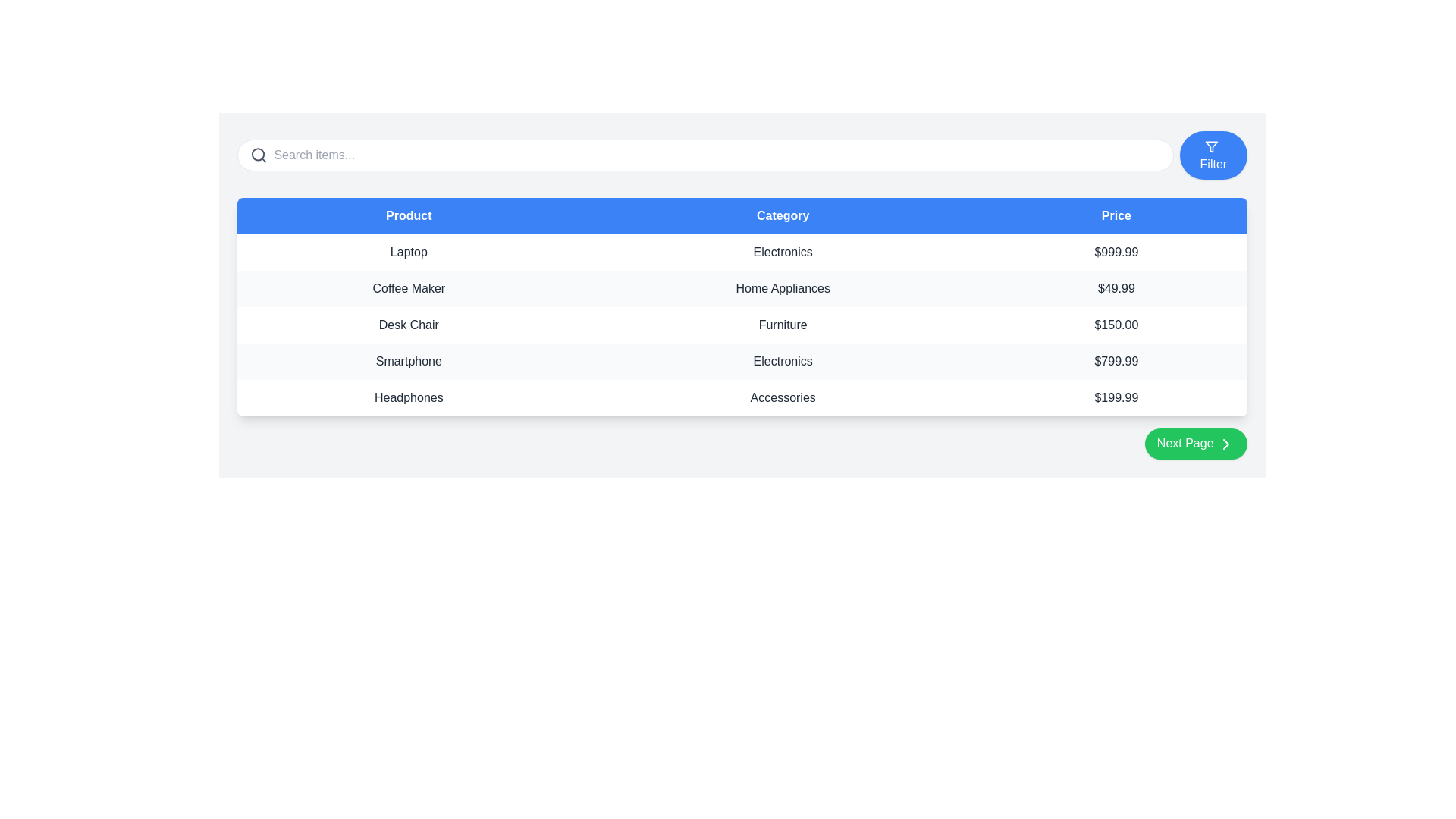 The width and height of the screenshot is (1456, 819). Describe the element at coordinates (1211, 146) in the screenshot. I see `the 'Filter' button located in the top-right corner of the application interface` at that location.